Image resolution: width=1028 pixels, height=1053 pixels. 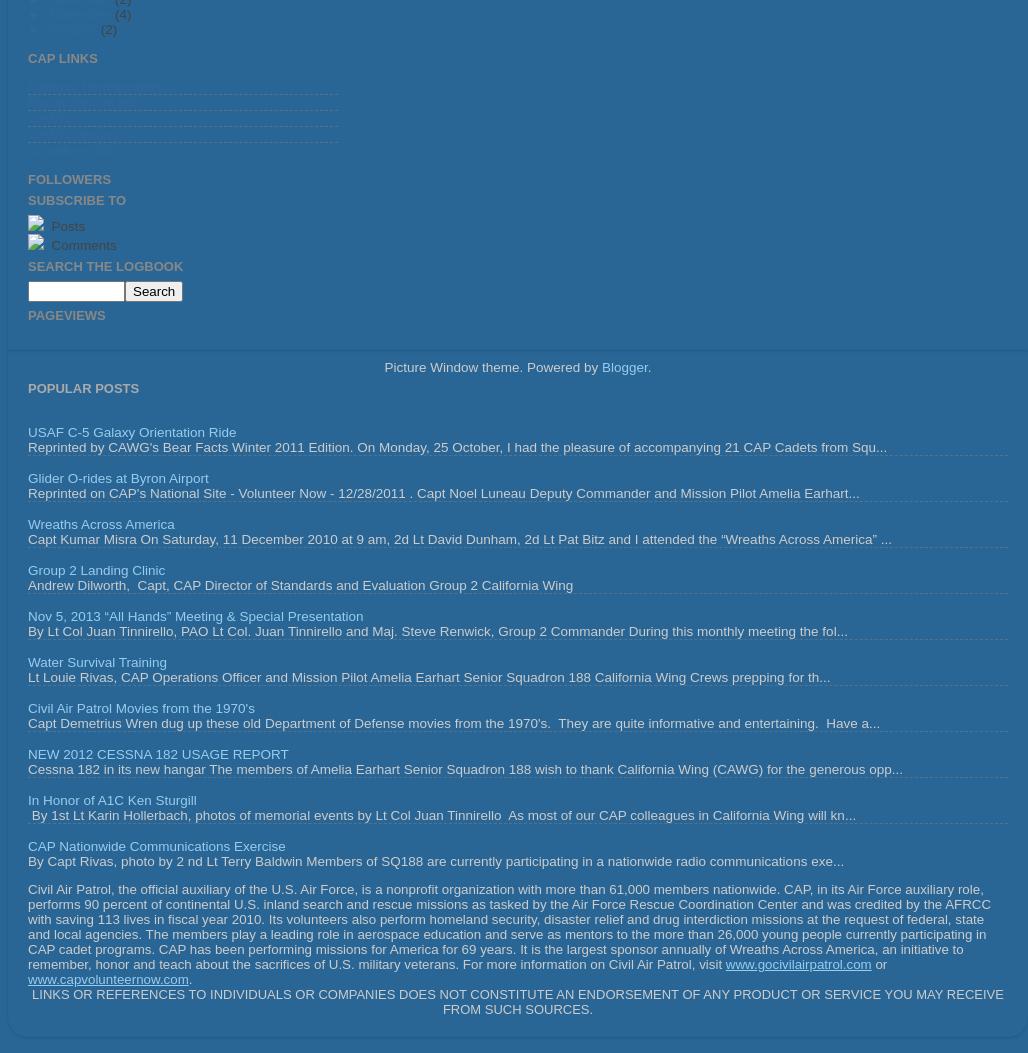 I want to click on 'Posts', so click(x=64, y=225).